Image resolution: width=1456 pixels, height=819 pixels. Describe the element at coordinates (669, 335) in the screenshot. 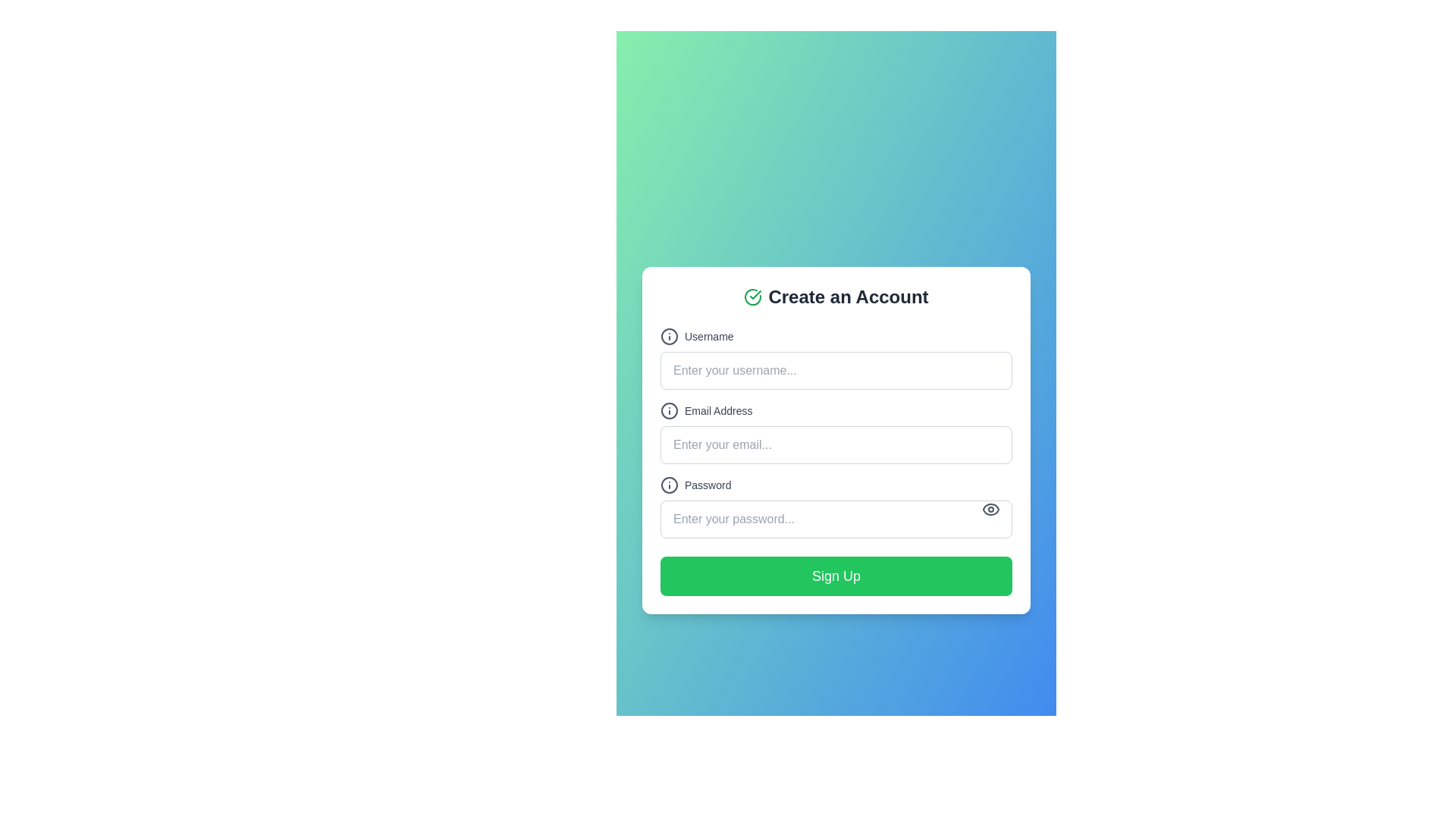

I see `the circular gray icon with an 'i' letter, located to the left of the 'Username' label at the top left of the form field` at that location.